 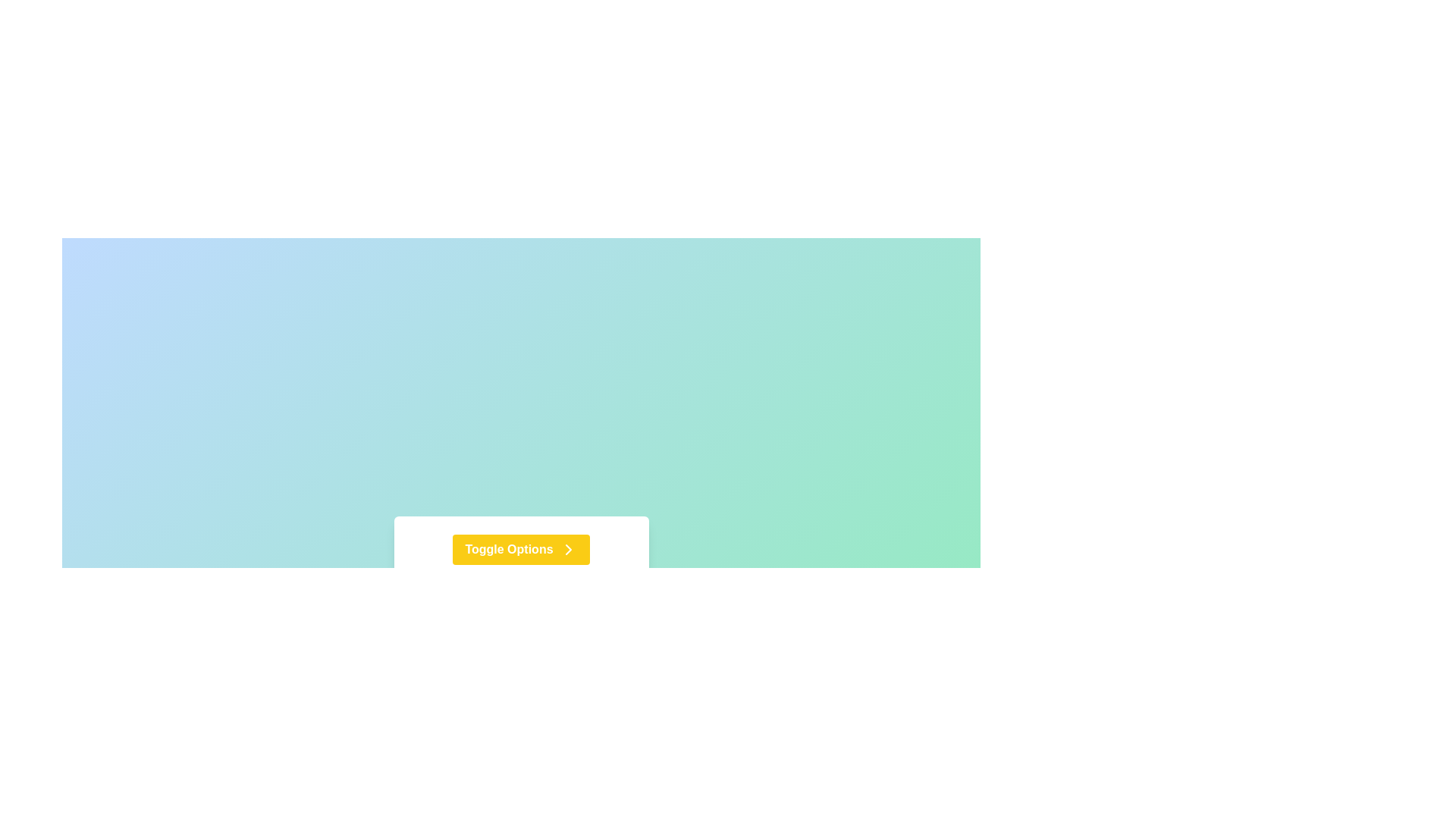 What do you see at coordinates (567, 550) in the screenshot?
I see `the chevron icon located to the right of the 'Toggle Options' button` at bounding box center [567, 550].